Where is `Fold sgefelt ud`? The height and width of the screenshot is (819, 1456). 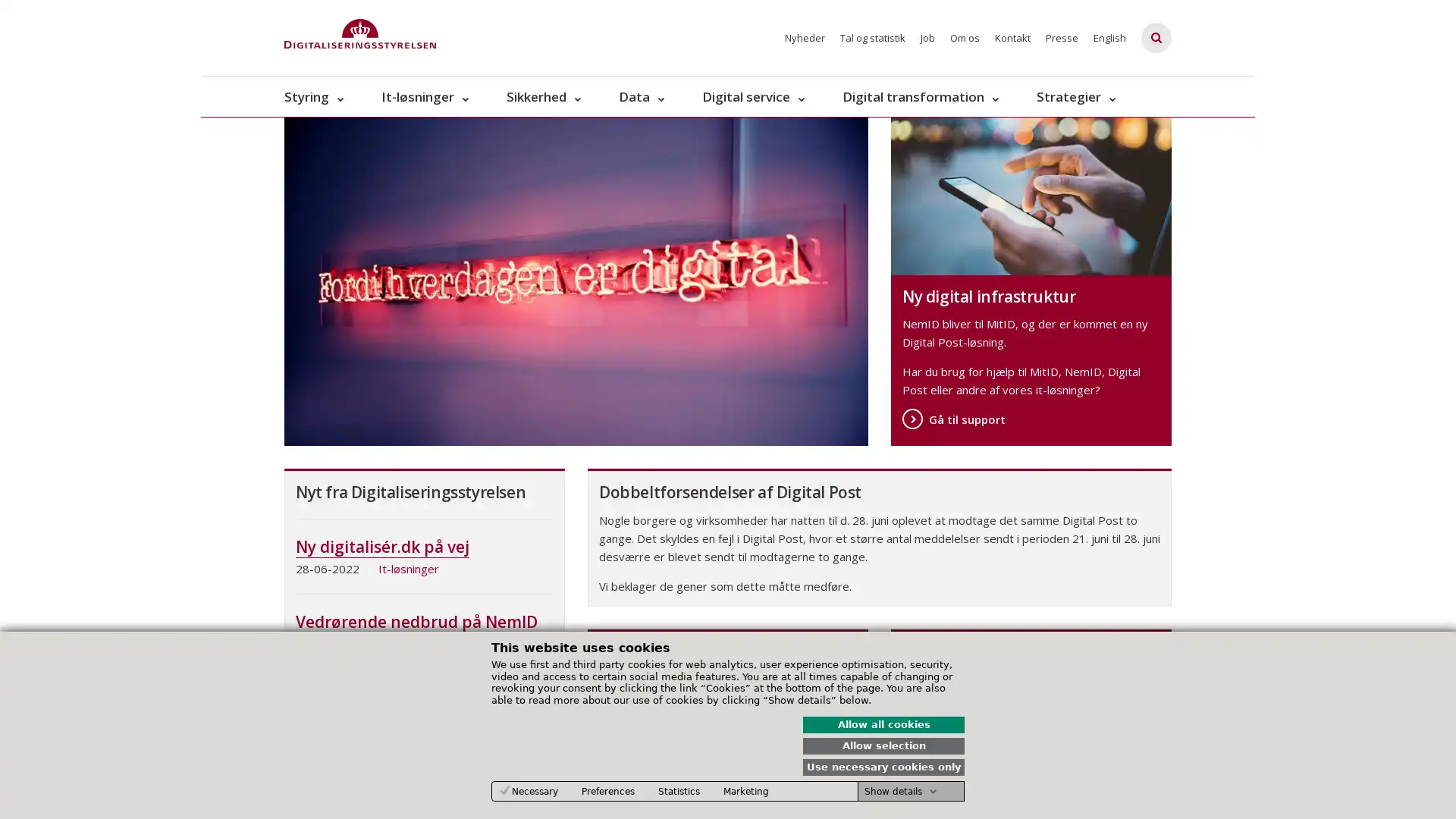 Fold sgefelt ud is located at coordinates (1156, 37).